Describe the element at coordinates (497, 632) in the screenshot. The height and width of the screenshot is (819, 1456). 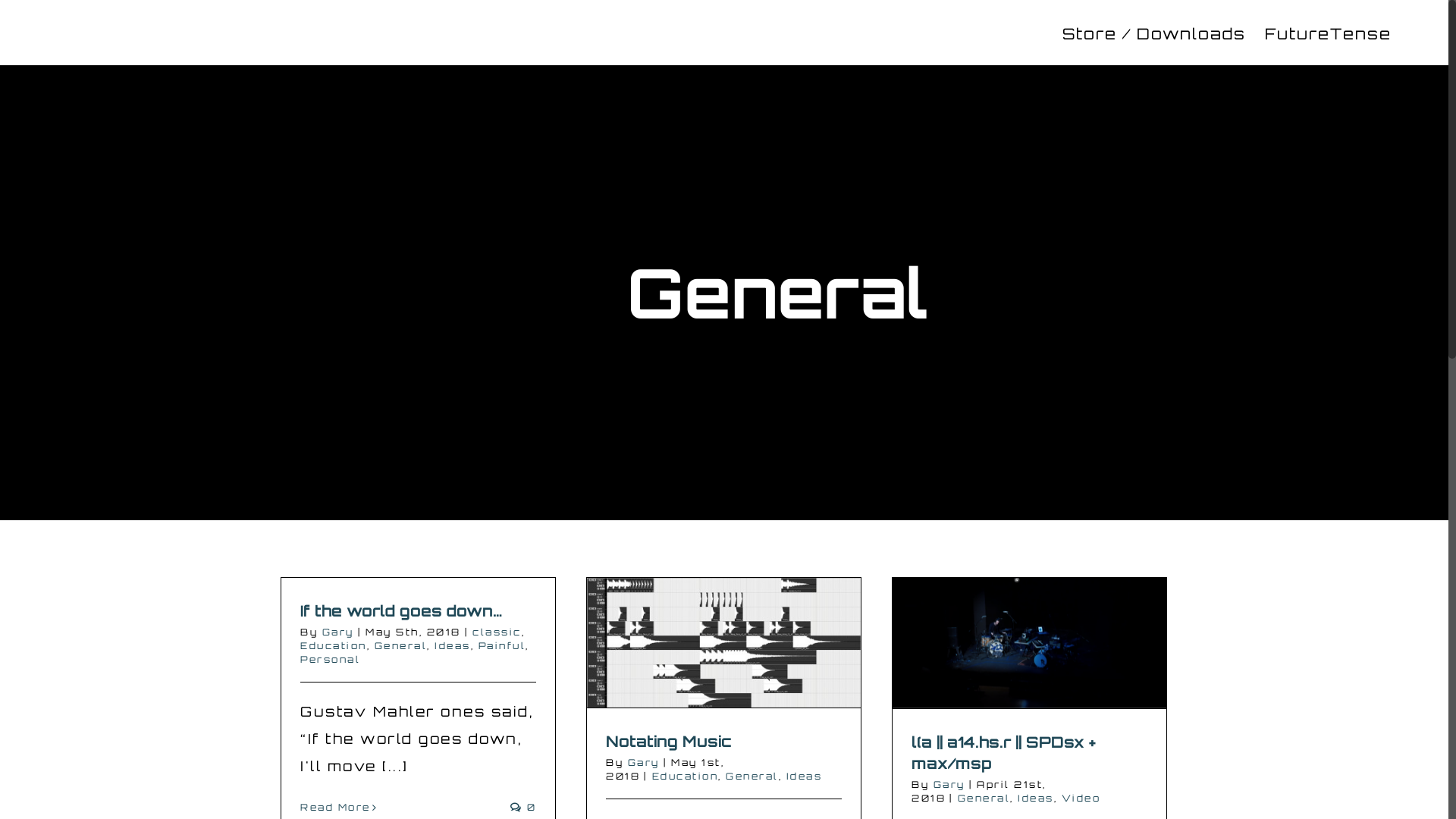
I see `'classic'` at that location.